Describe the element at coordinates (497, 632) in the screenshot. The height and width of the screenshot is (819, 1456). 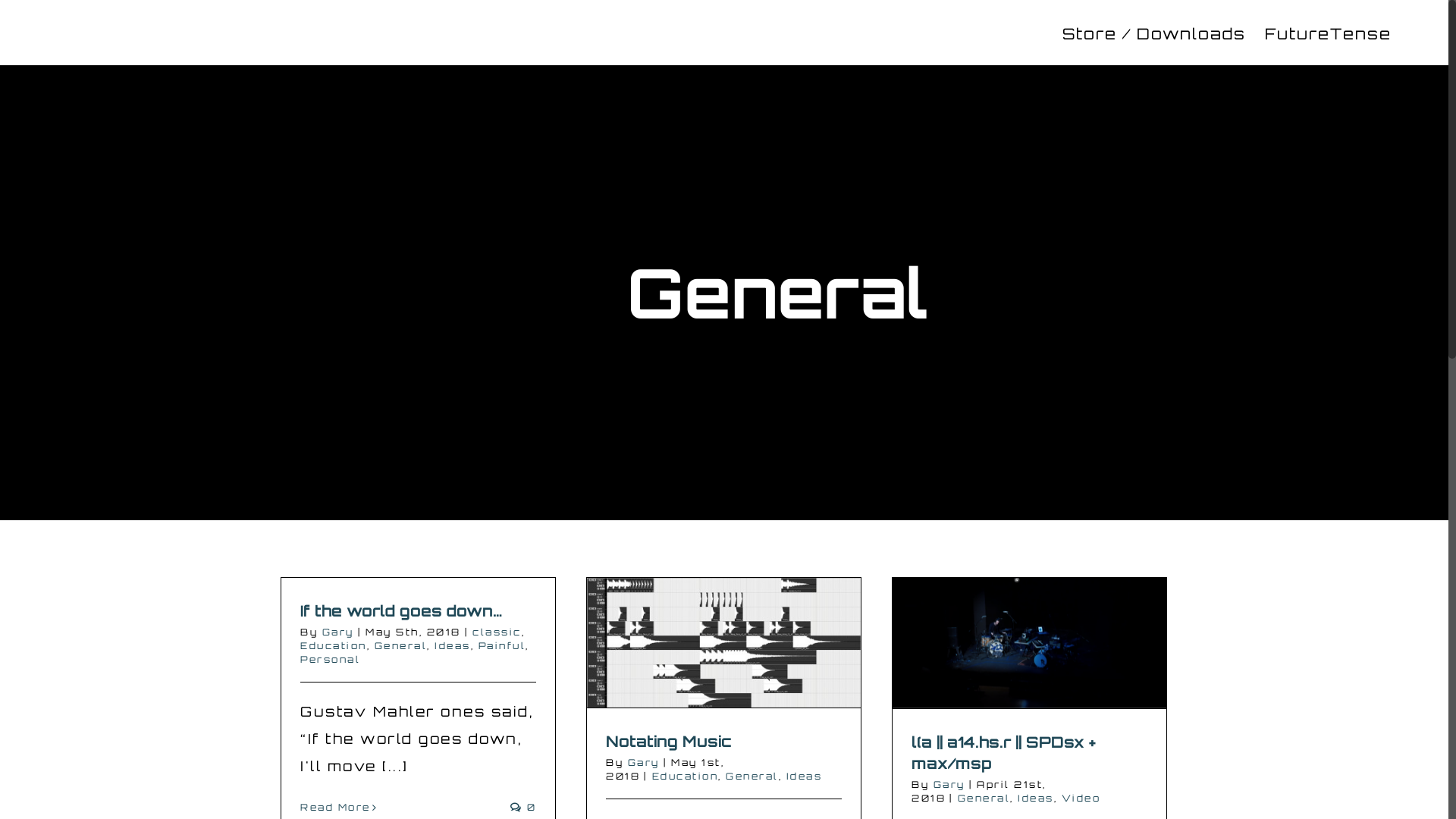
I see `'classic'` at that location.